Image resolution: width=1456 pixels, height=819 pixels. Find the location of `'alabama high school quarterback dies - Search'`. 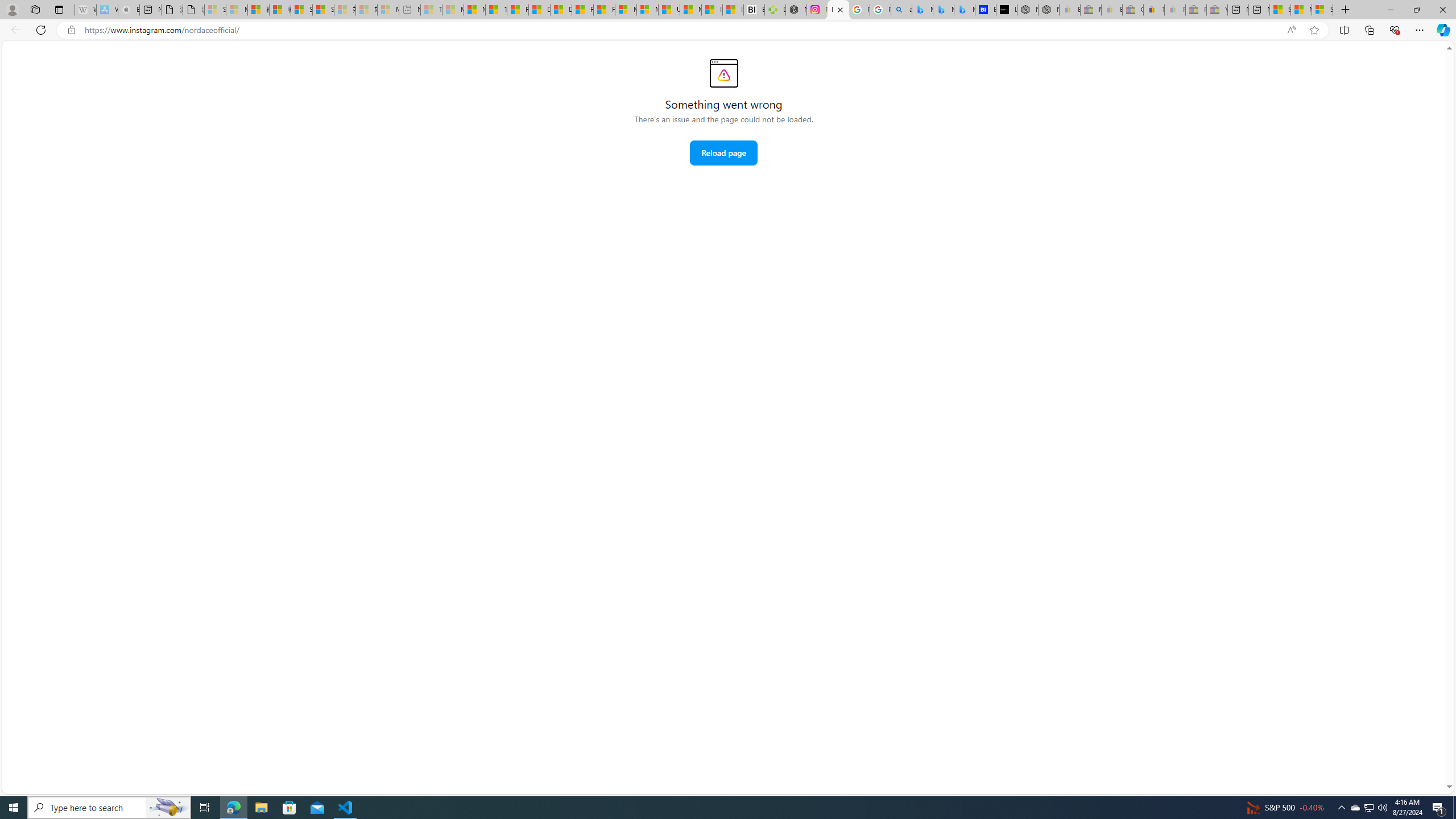

'alabama high school quarterback dies - Search' is located at coordinates (901, 9).